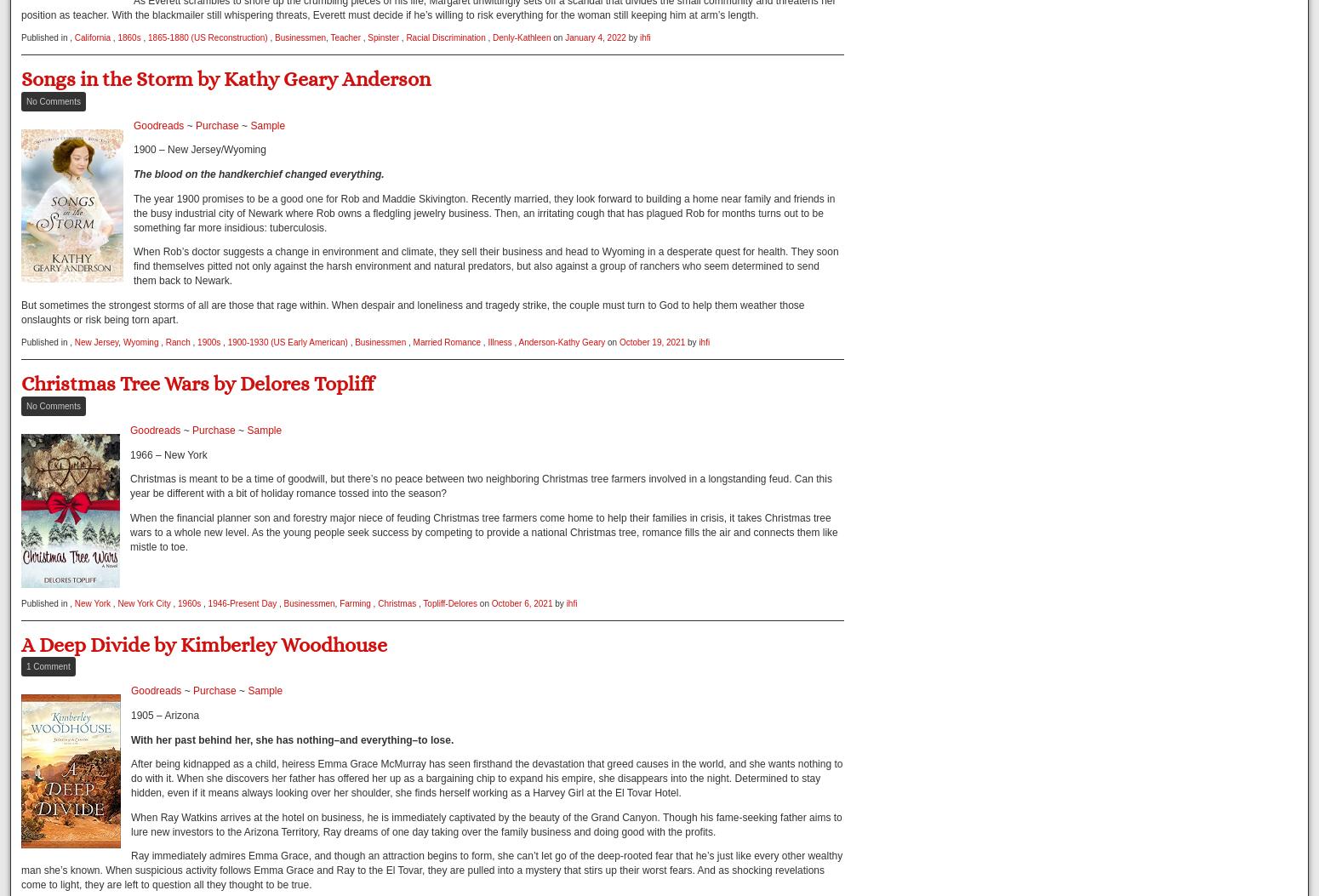 This screenshot has width=1319, height=896. What do you see at coordinates (499, 342) in the screenshot?
I see `'Illness'` at bounding box center [499, 342].